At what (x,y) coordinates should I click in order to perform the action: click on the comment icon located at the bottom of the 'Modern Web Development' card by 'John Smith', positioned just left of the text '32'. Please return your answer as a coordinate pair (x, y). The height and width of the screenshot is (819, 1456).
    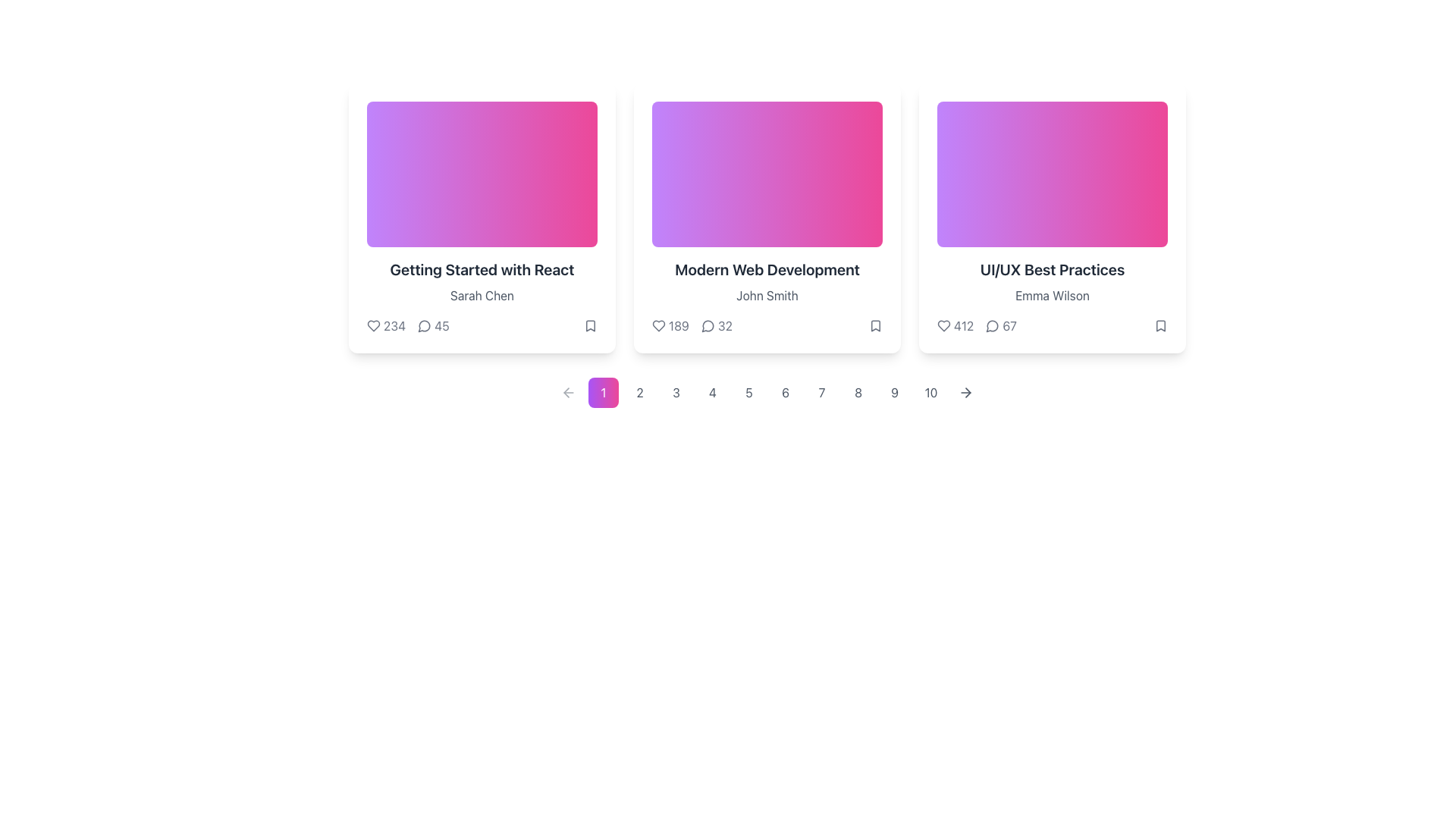
    Looking at the image, I should click on (707, 325).